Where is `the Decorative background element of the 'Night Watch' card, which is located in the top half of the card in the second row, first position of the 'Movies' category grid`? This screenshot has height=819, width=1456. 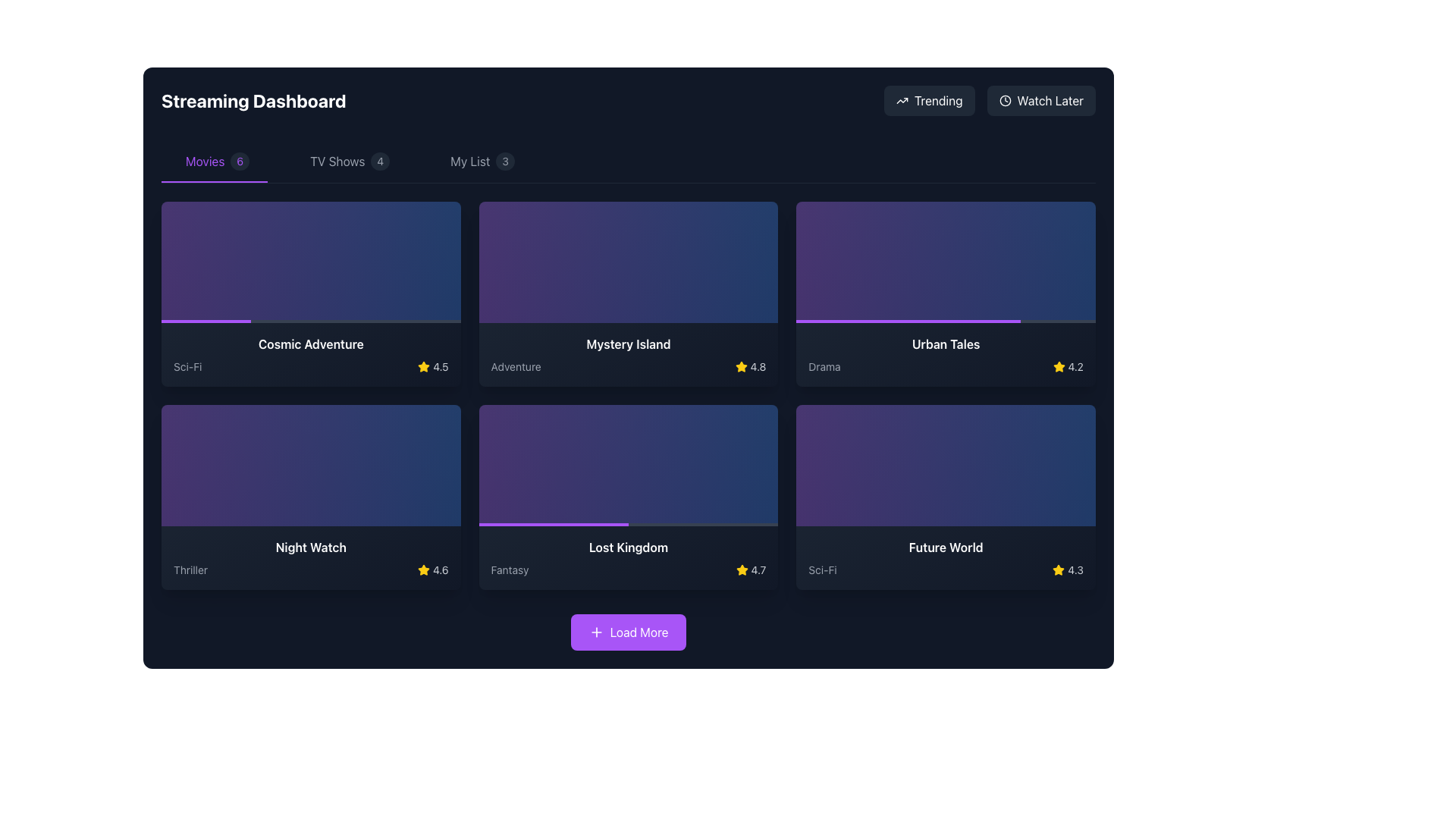
the Decorative background element of the 'Night Watch' card, which is located in the top half of the card in the second row, first position of the 'Movies' category grid is located at coordinates (310, 464).